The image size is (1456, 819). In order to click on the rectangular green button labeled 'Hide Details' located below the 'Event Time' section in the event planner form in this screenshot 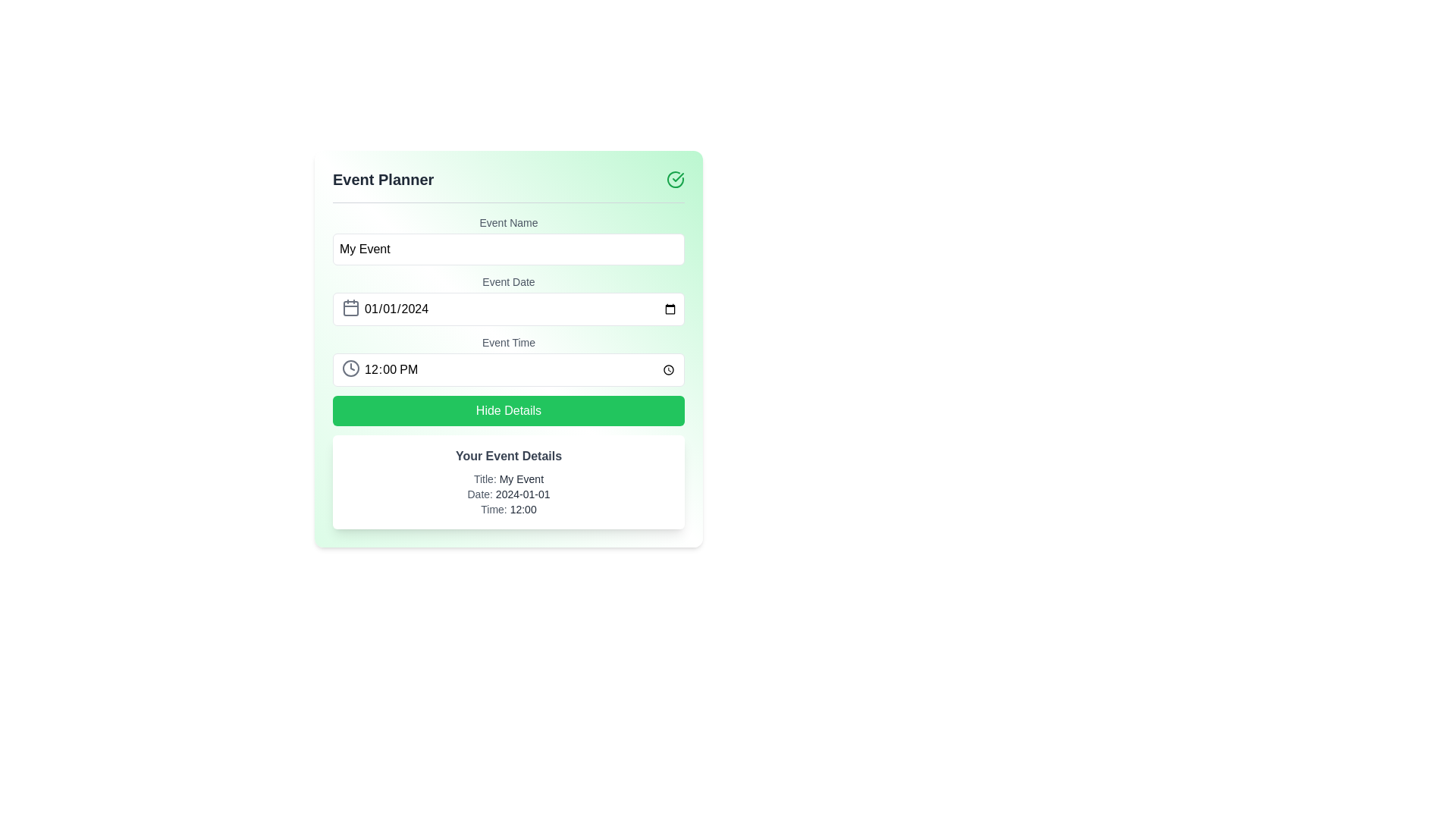, I will do `click(509, 411)`.